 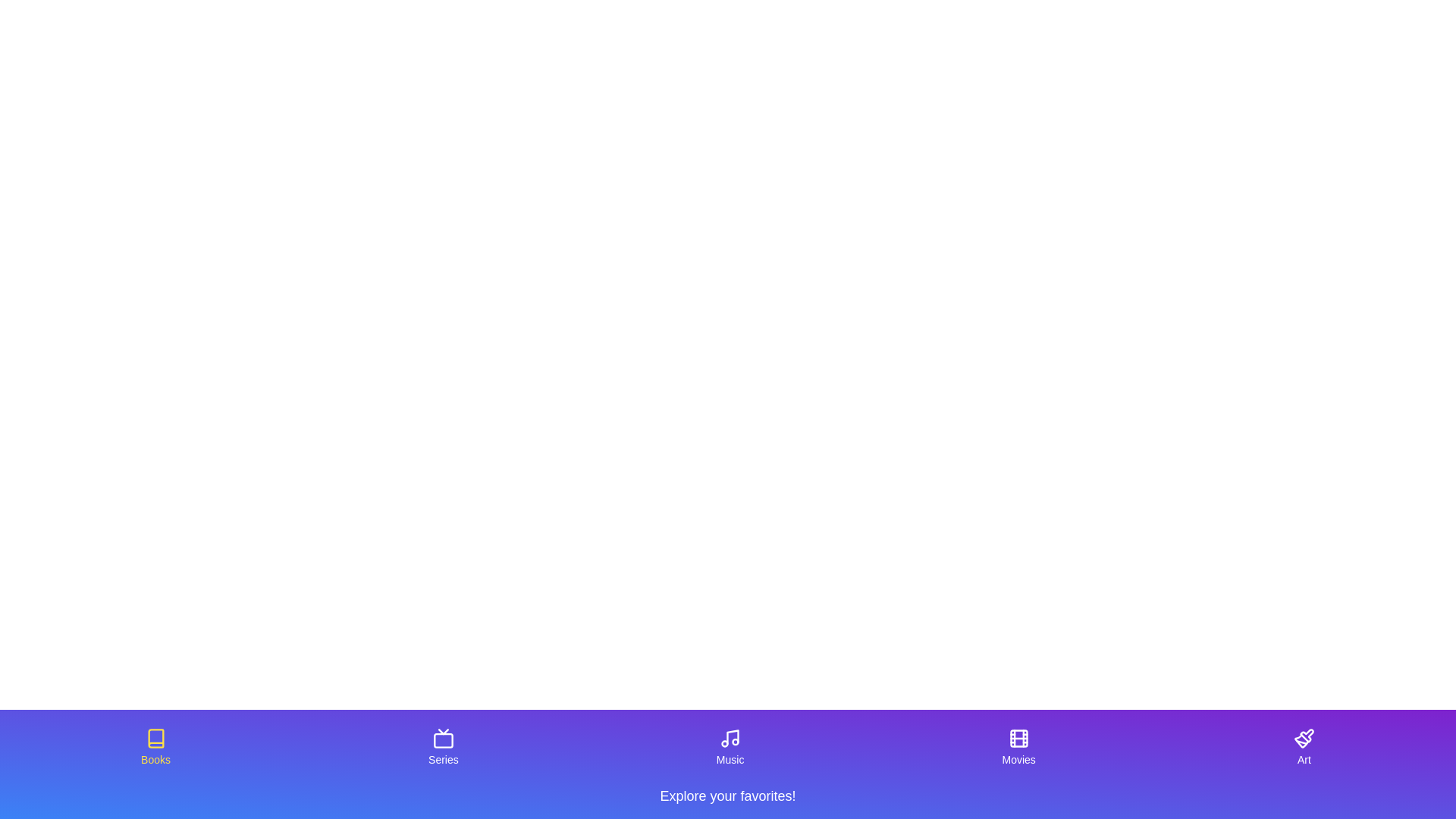 I want to click on the tab labeled Music by clicking on its corresponding icon or label, so click(x=730, y=747).